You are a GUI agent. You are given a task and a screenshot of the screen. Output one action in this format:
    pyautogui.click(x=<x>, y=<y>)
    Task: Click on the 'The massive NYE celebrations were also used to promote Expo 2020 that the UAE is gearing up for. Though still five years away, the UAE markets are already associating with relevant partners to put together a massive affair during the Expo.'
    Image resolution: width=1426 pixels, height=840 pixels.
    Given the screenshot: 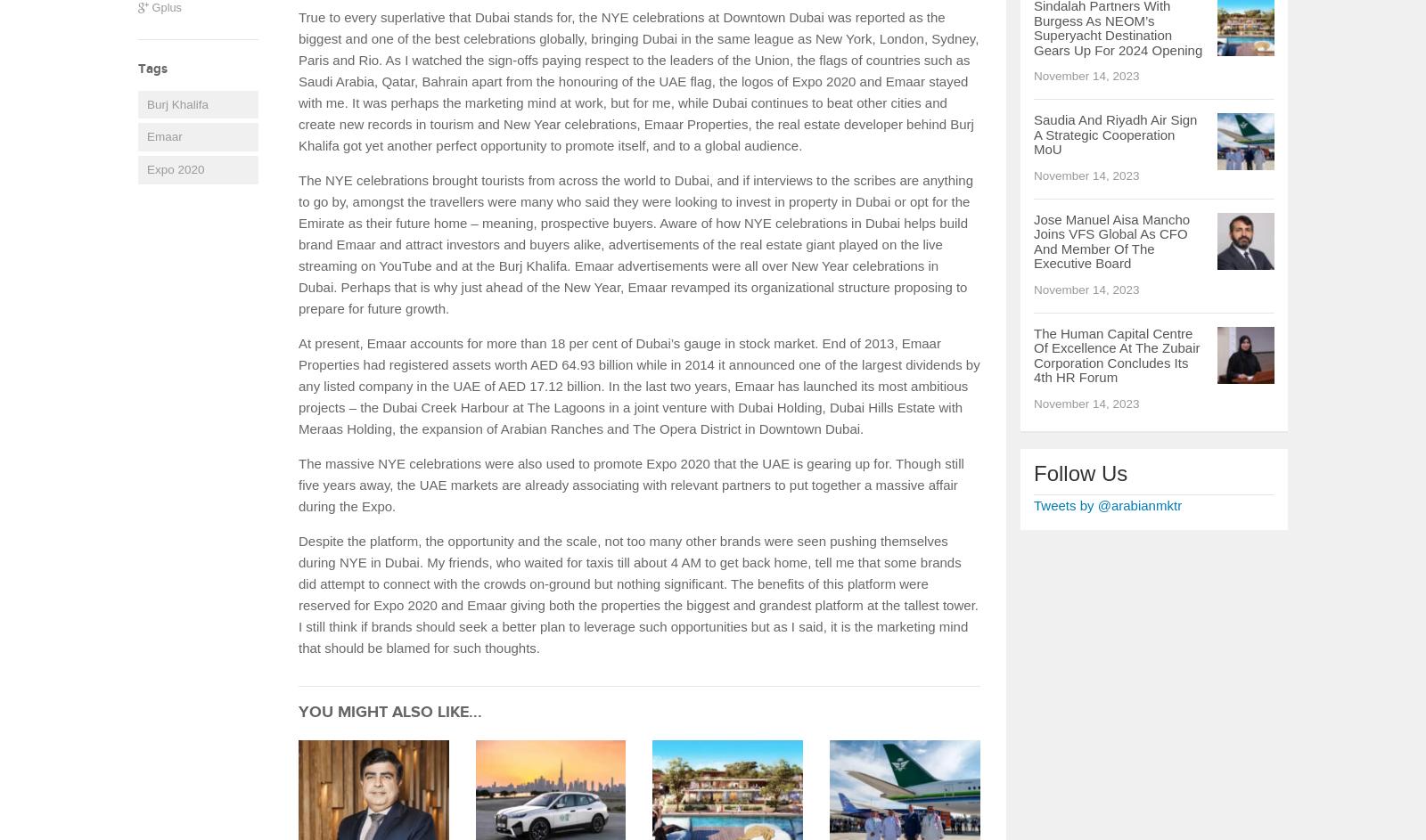 What is the action you would take?
    pyautogui.click(x=631, y=485)
    